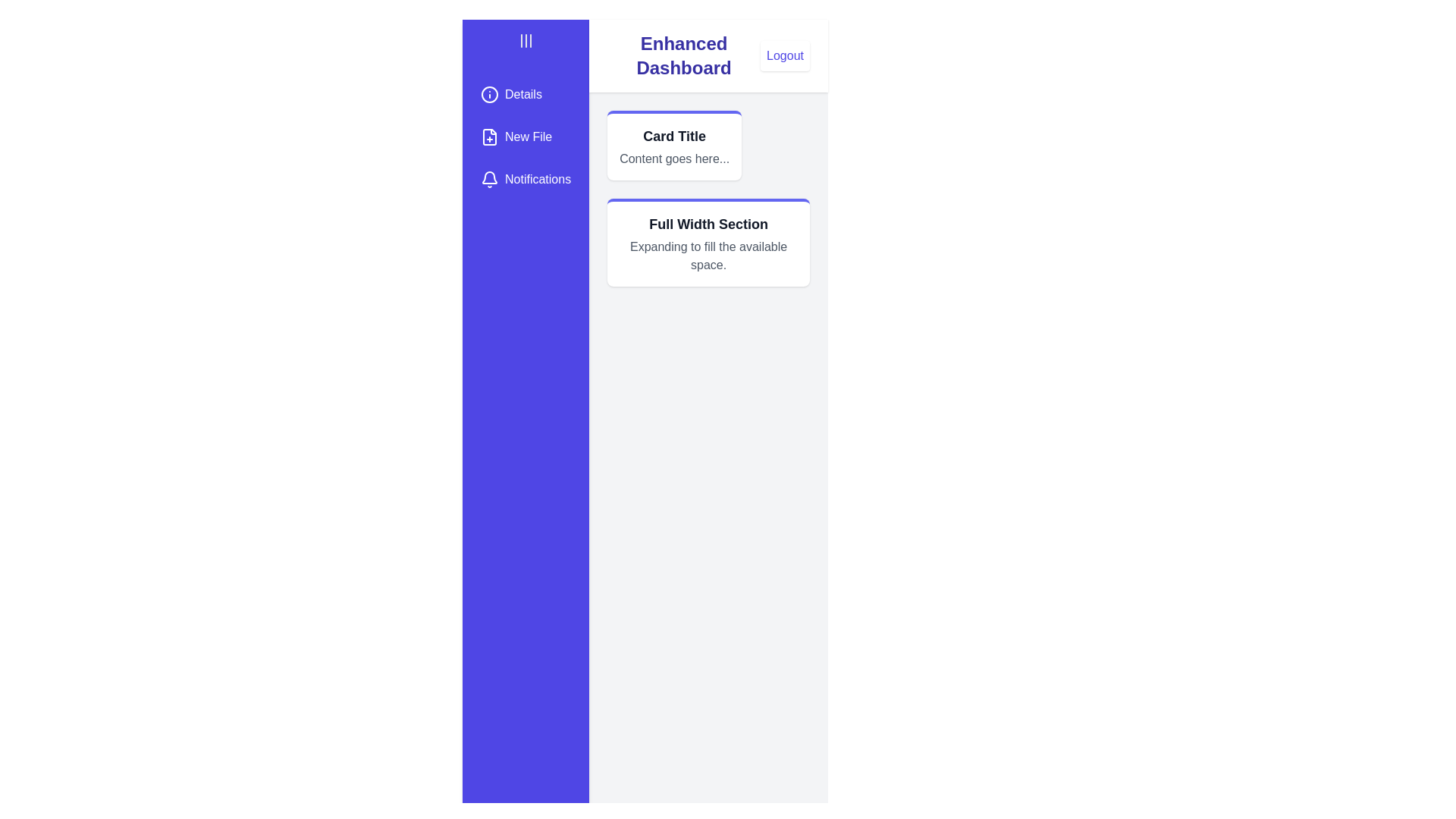  What do you see at coordinates (529, 137) in the screenshot?
I see `the text label in the vertical navigation menu that initiates the creation of a new file, located between the 'Details' and 'Notifications' menu items` at bounding box center [529, 137].